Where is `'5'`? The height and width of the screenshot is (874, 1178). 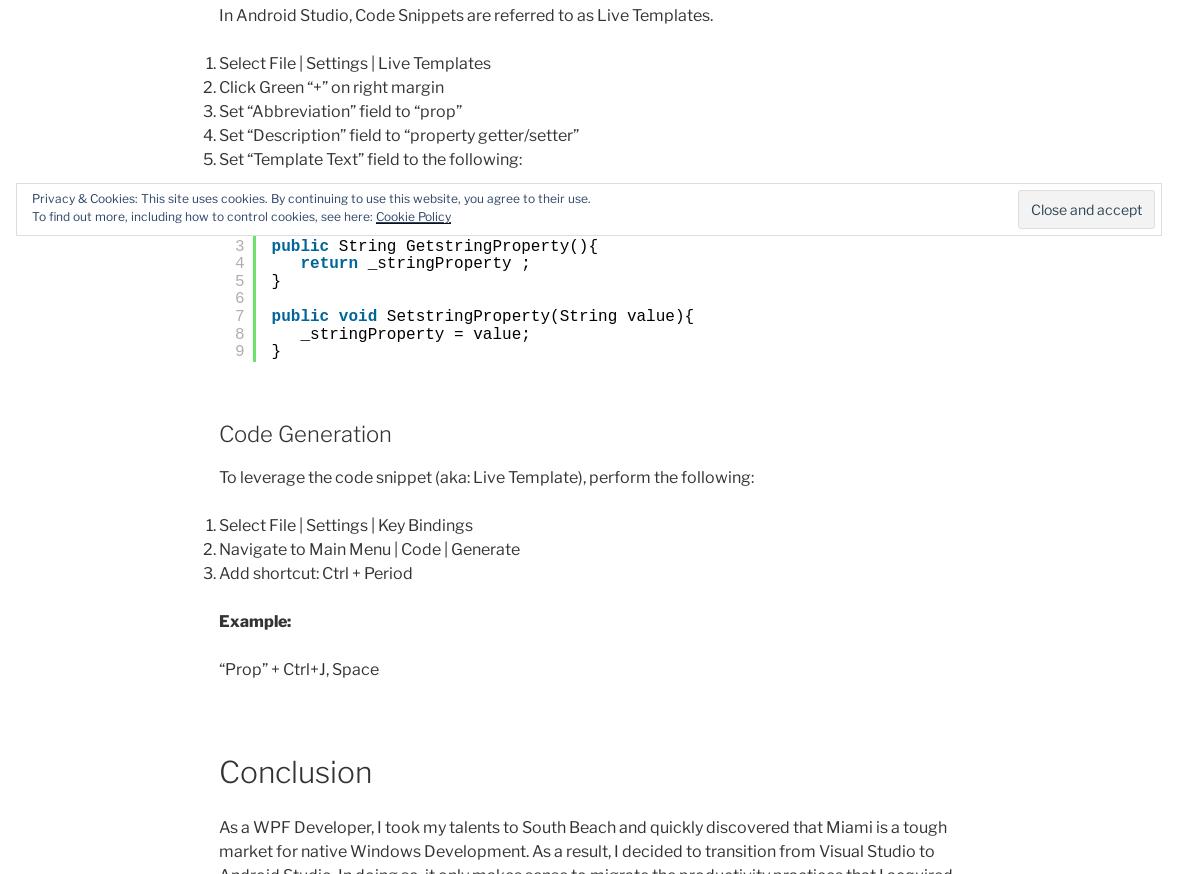 '5' is located at coordinates (238, 280).